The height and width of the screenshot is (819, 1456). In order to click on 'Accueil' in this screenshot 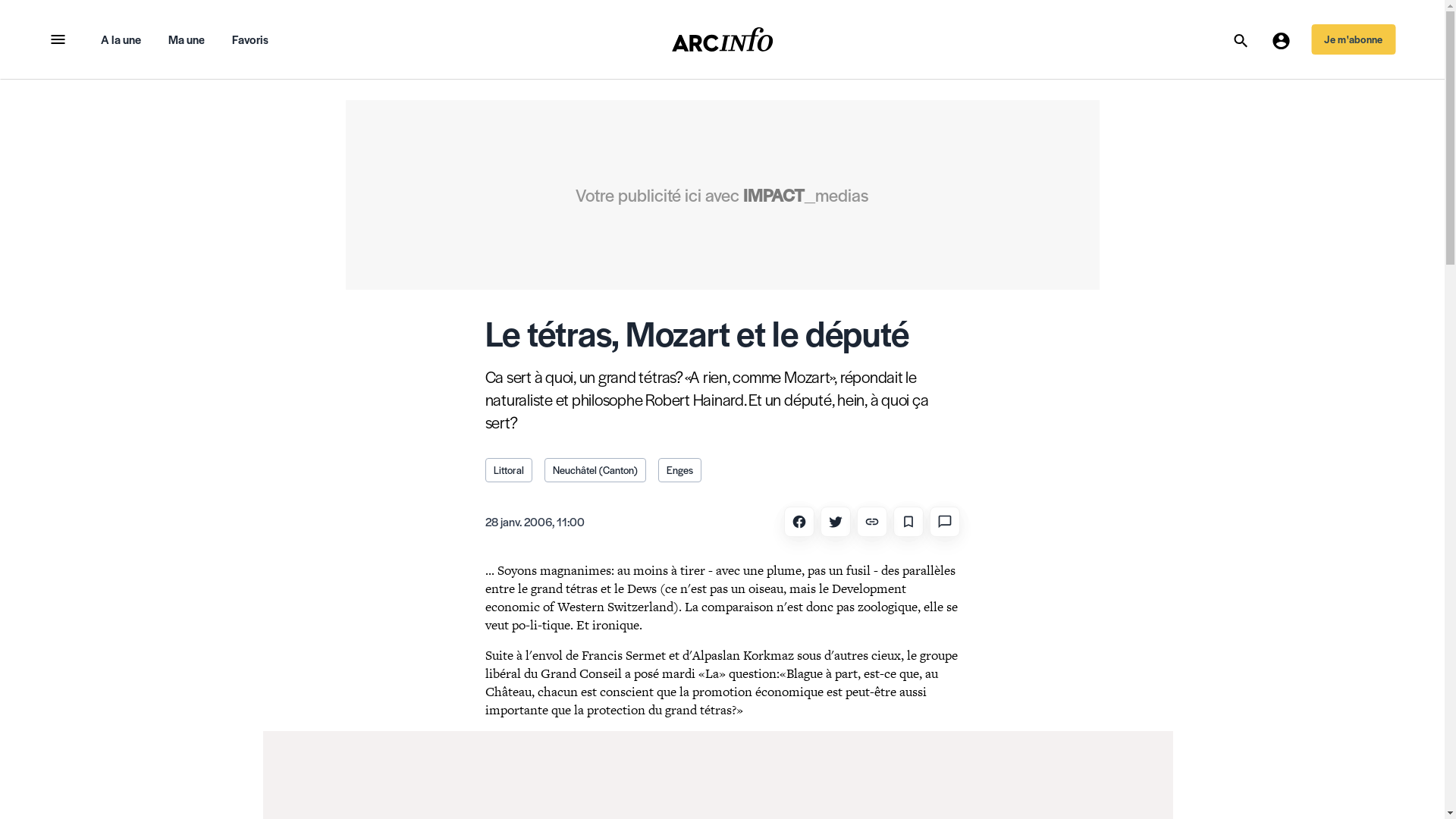, I will do `click(722, 38)`.